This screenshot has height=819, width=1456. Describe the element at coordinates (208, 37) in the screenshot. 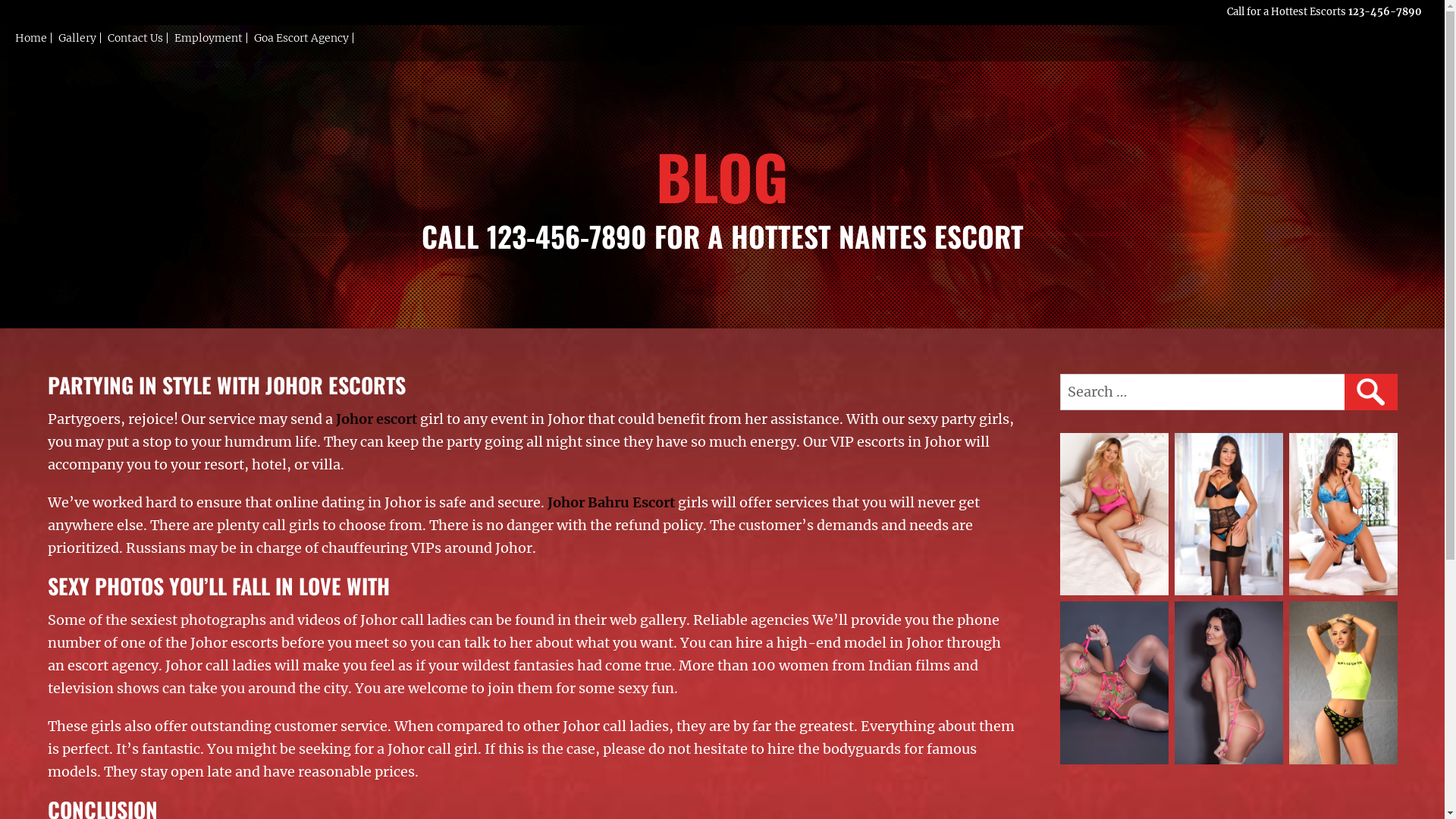

I see `'Employment'` at that location.